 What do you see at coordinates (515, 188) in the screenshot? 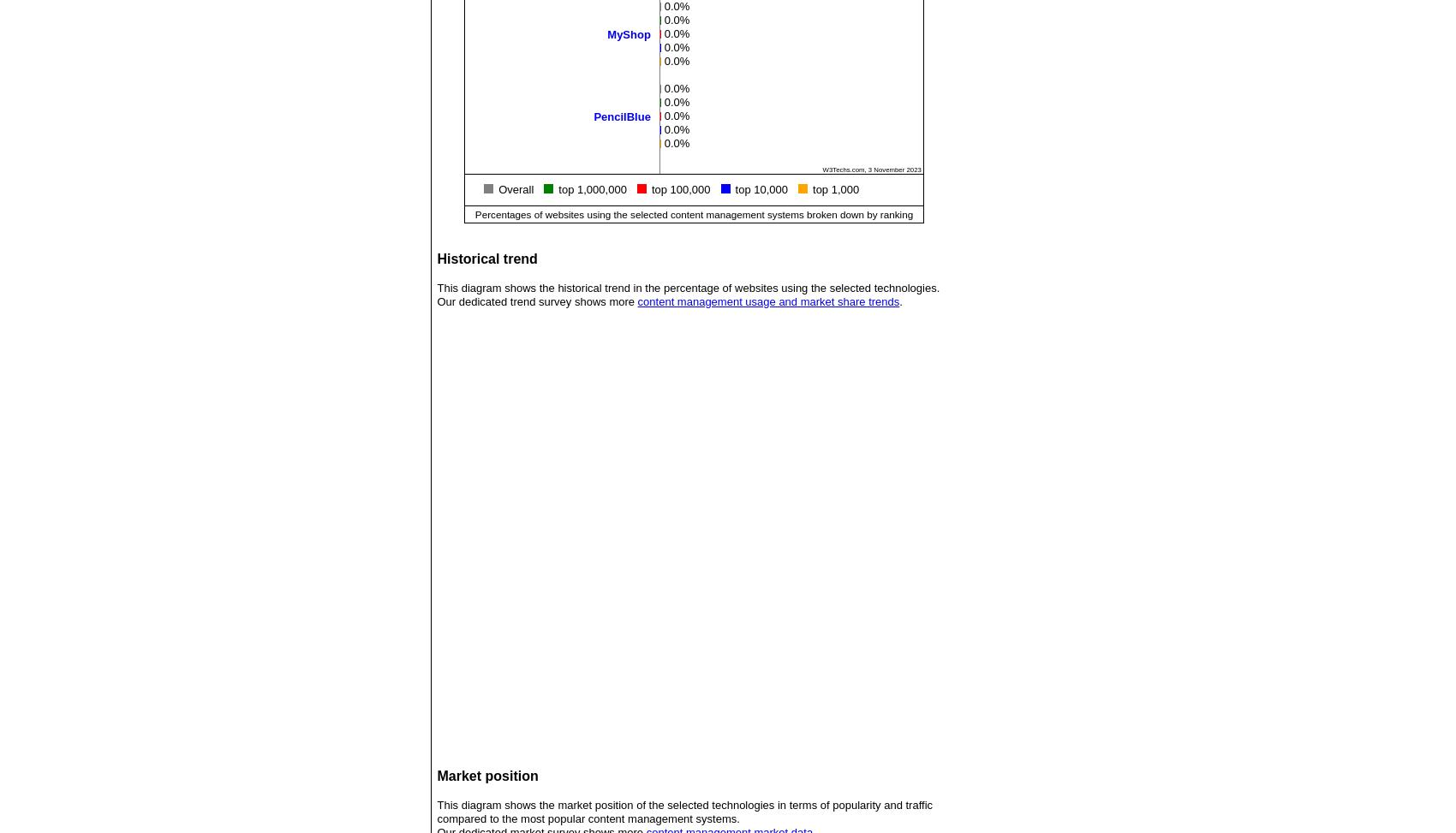
I see `'Overall'` at bounding box center [515, 188].